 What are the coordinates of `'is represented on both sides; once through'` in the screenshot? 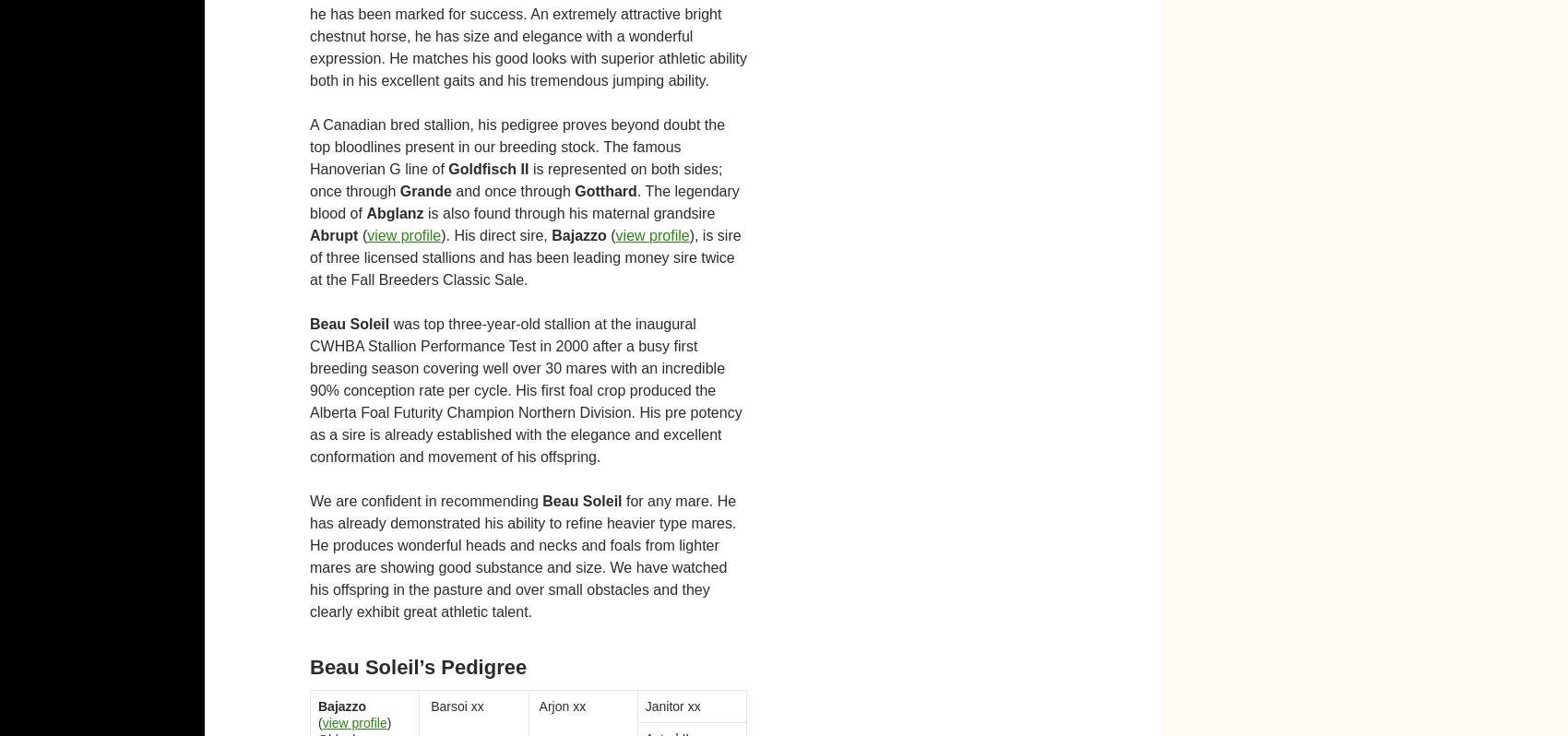 It's located at (515, 179).